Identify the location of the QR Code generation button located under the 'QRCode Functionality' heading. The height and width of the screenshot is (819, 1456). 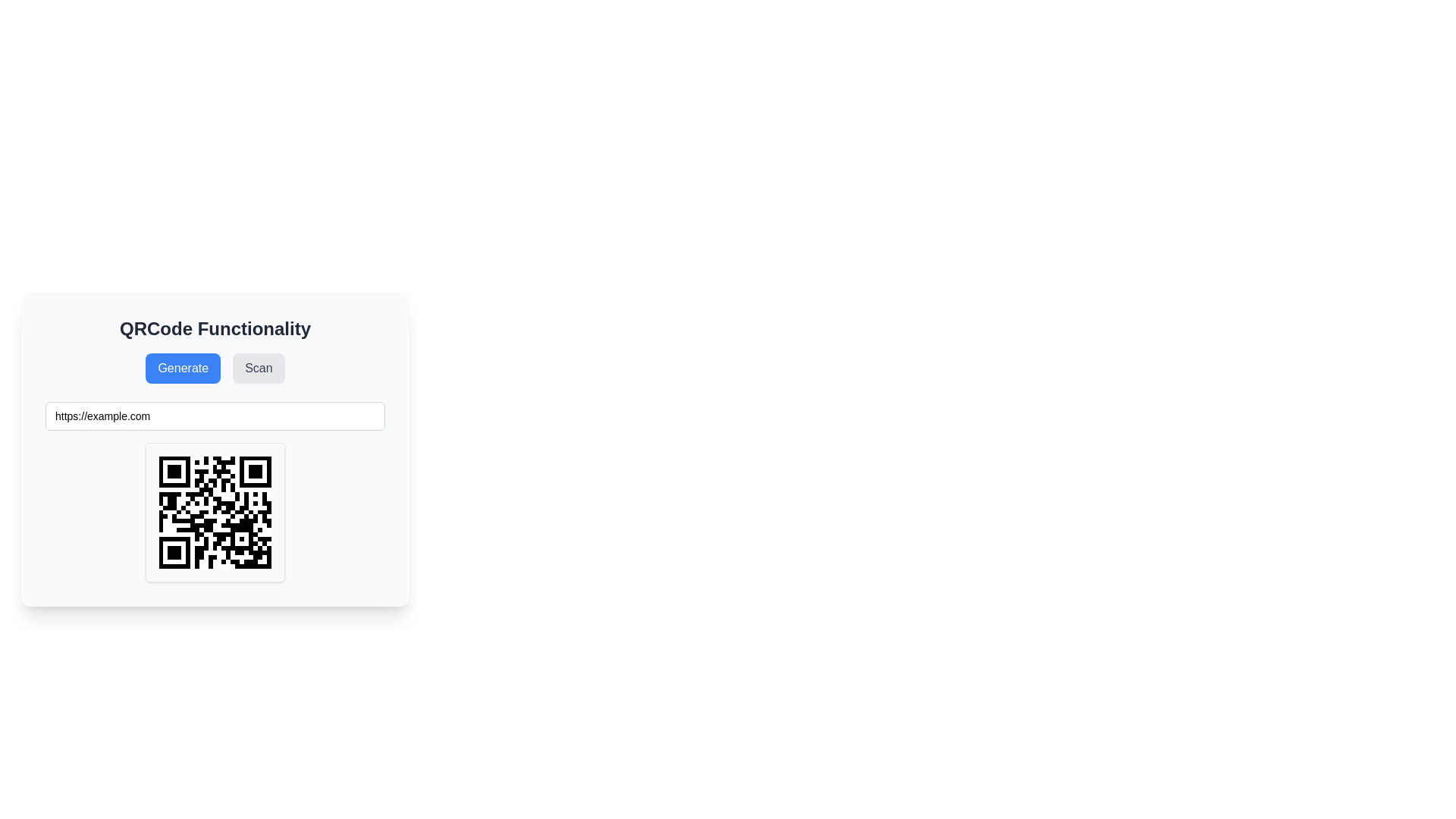
(182, 369).